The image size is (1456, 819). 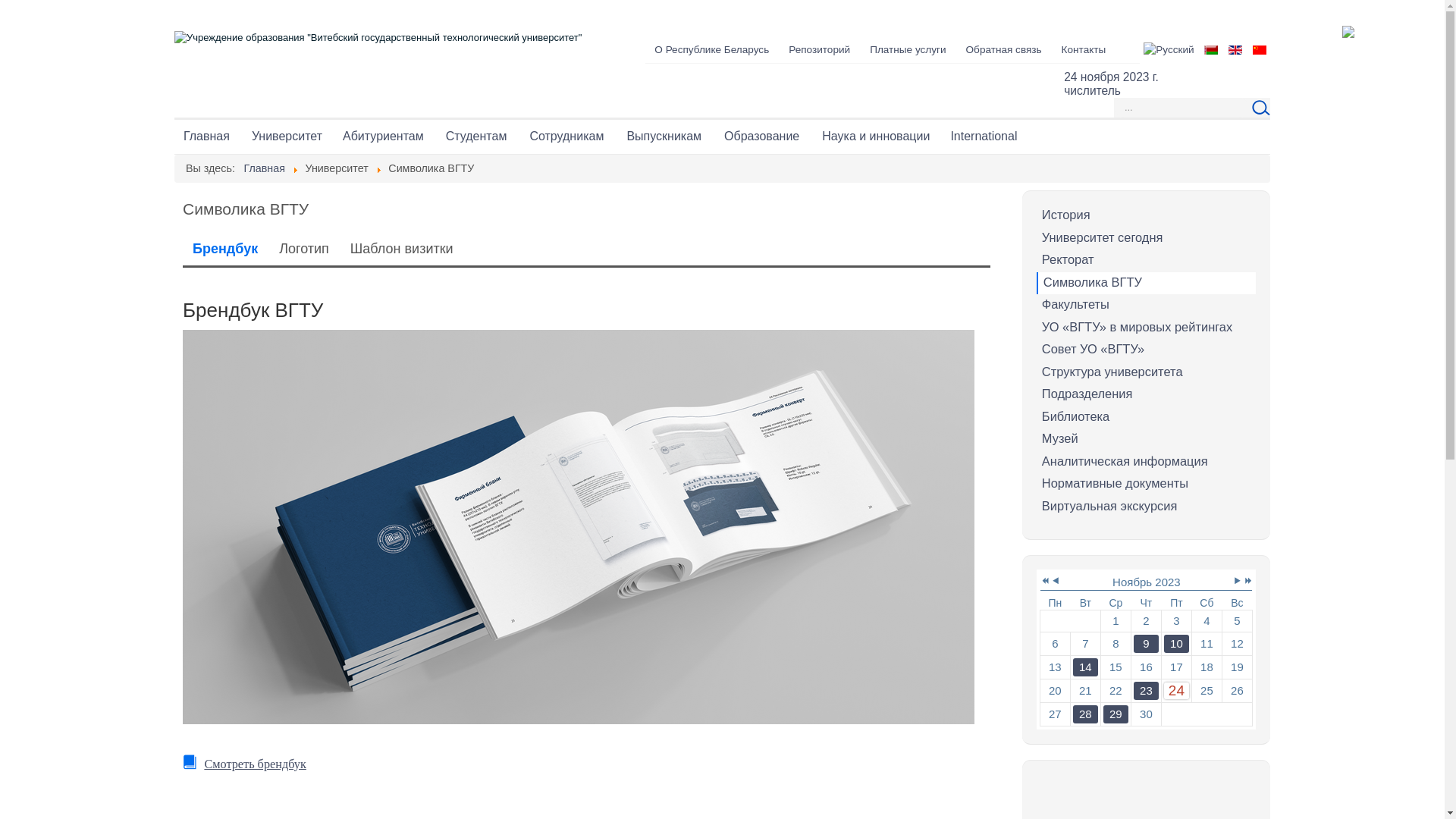 What do you see at coordinates (1134, 643) in the screenshot?
I see `'9'` at bounding box center [1134, 643].